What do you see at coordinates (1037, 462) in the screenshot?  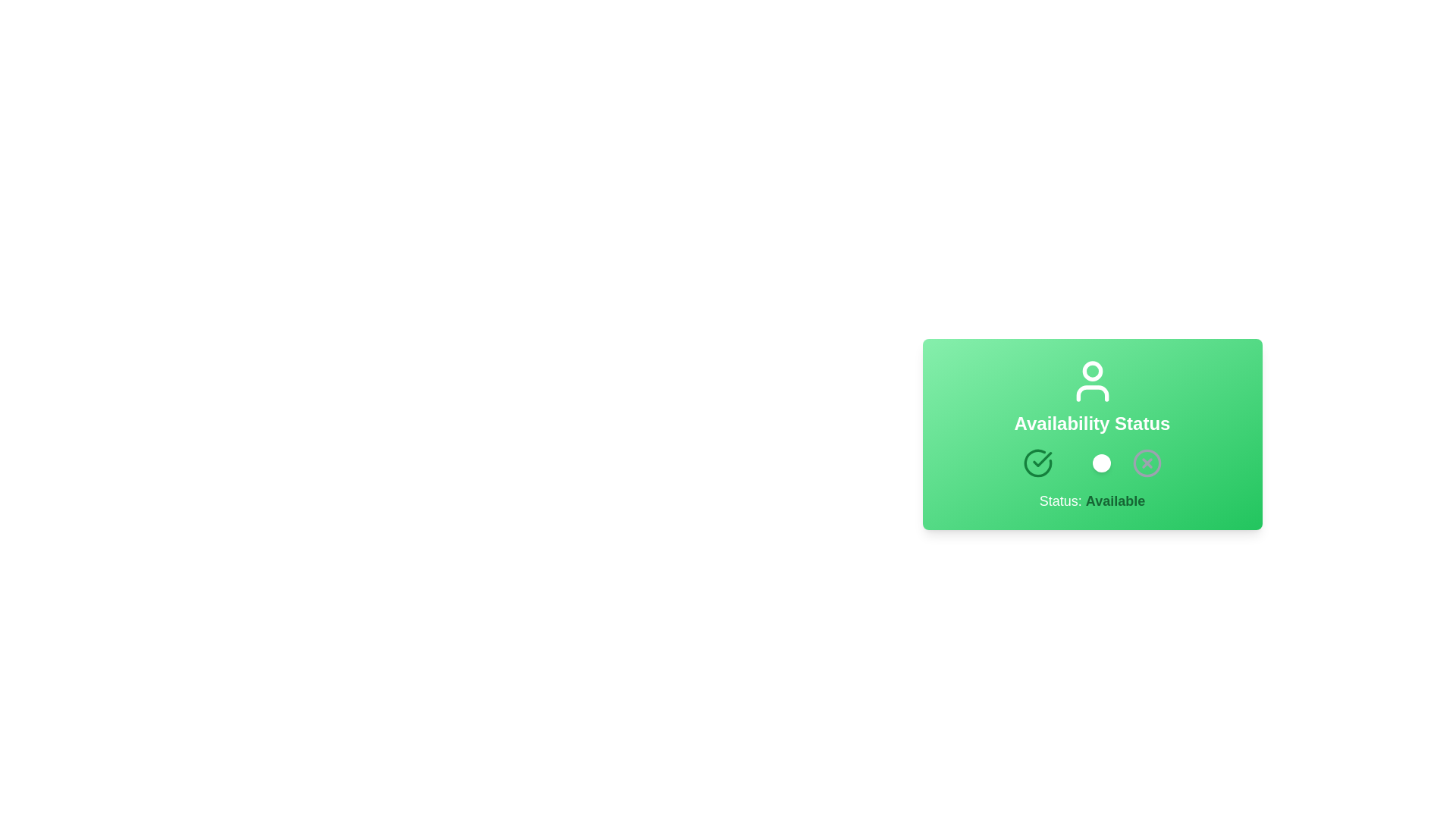 I see `the 'Available' status icon located below 'Availability Status'` at bounding box center [1037, 462].